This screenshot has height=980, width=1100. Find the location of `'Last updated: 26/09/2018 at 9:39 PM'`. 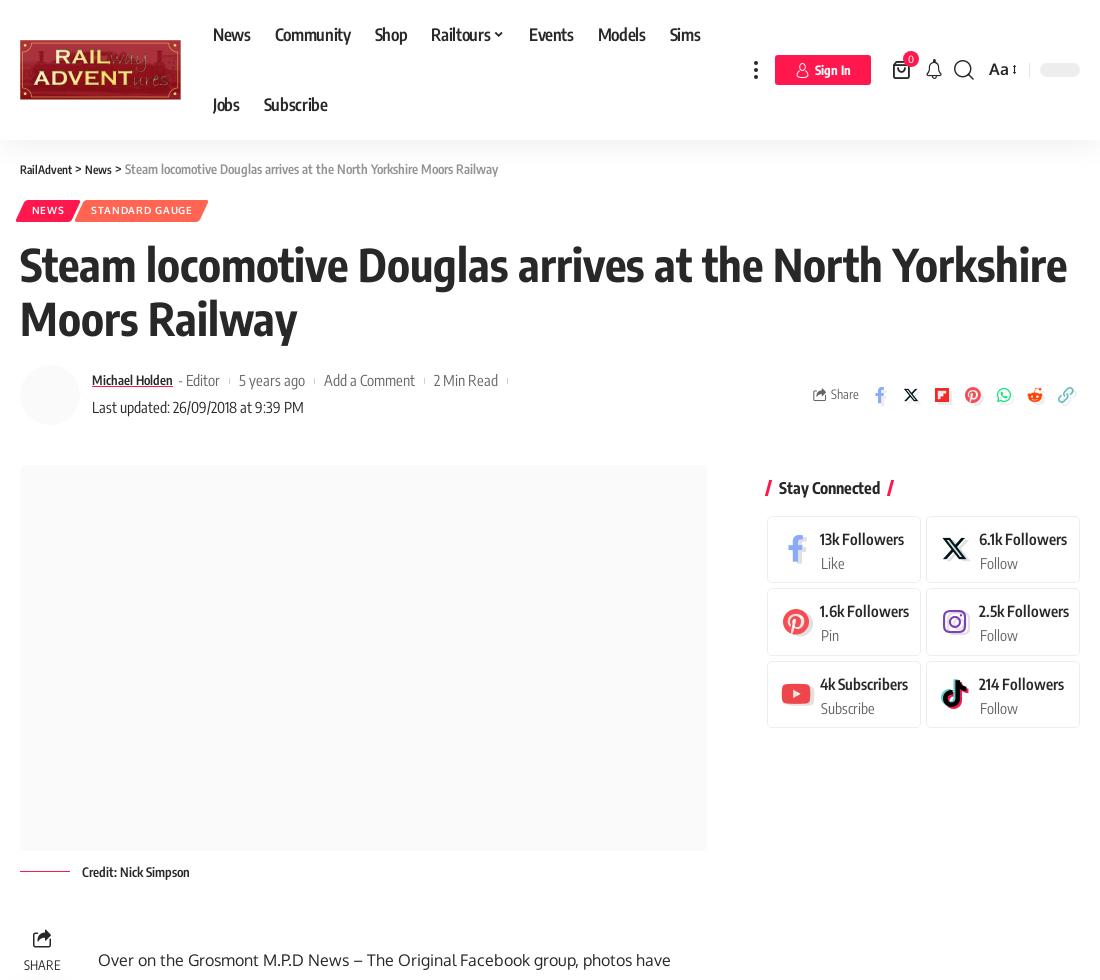

'Last updated: 26/09/2018 at 9:39 PM' is located at coordinates (91, 411).